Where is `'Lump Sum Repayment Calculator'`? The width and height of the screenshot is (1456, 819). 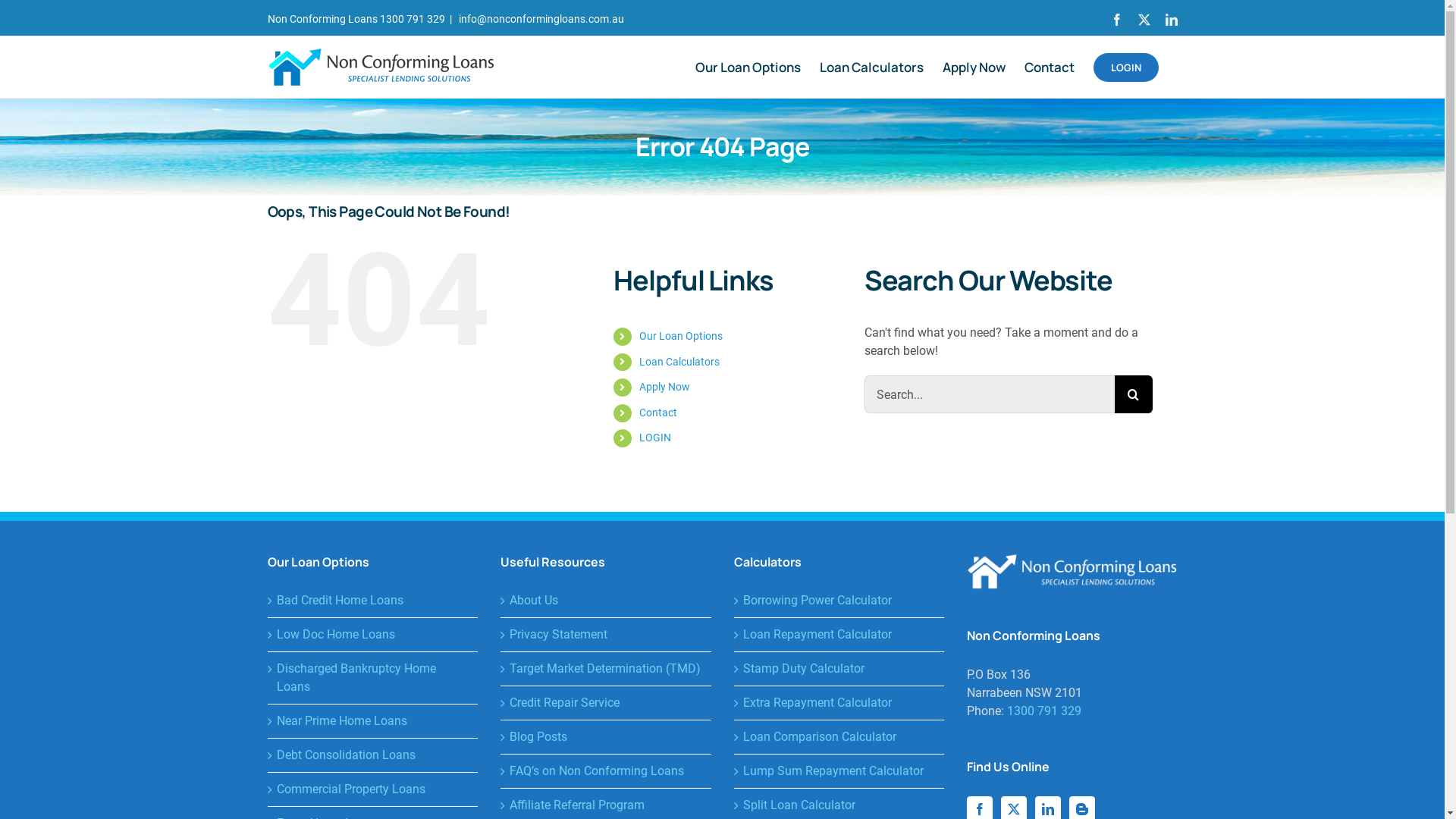
'Lump Sum Repayment Calculator' is located at coordinates (839, 771).